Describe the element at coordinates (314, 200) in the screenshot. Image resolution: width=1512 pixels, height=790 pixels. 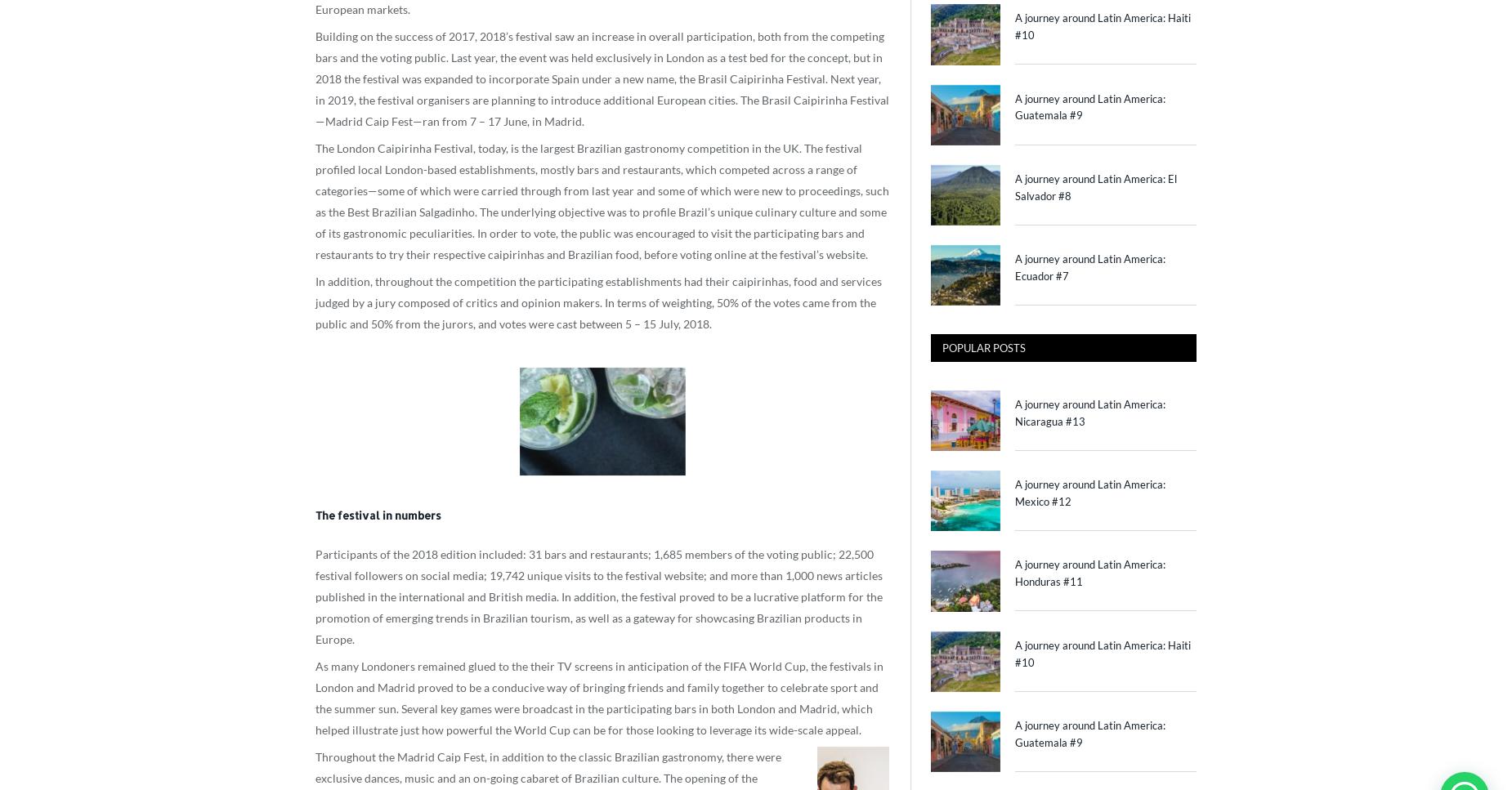
I see `'The London Caipirinha Festival, today, is the largest Brazilian gastronomy competition in the UK. The festival profiled local London-based establishments, mostly bars and restaurants, which competed across a range of categories—some of which were carried through from last year and some of which were new to proceedings, such as the Best Brazilian Salgadinho. The underlying objective was to profile Brazil’s unique culinary culture and some of its gastronomic peculiarities. In order to vote, the public was encouraged to visit the participating bars and restaurants to try their respective caipirinhas and Brazilian food, before voting online at the festival’s website.'` at that location.